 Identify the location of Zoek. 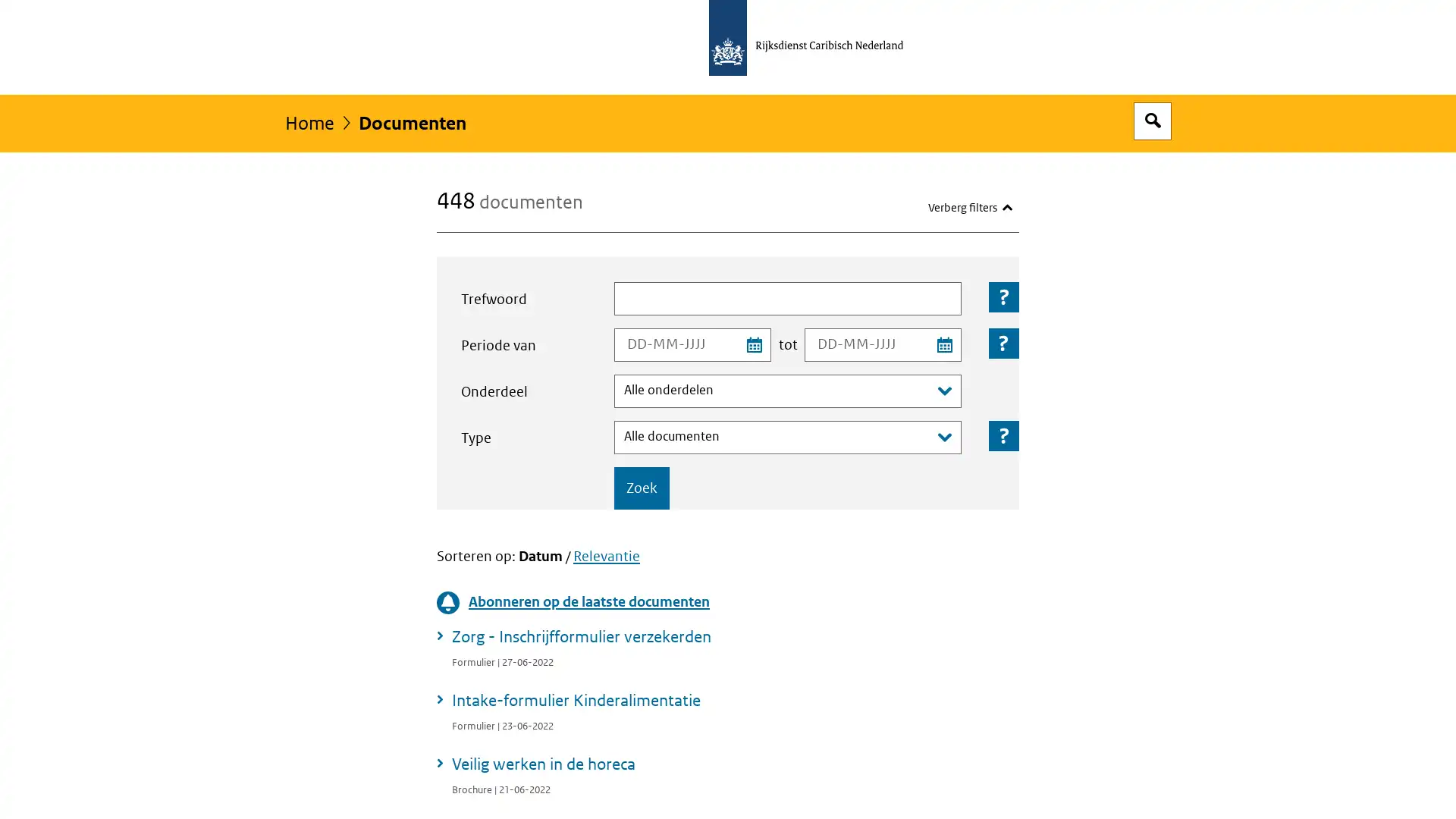
(642, 488).